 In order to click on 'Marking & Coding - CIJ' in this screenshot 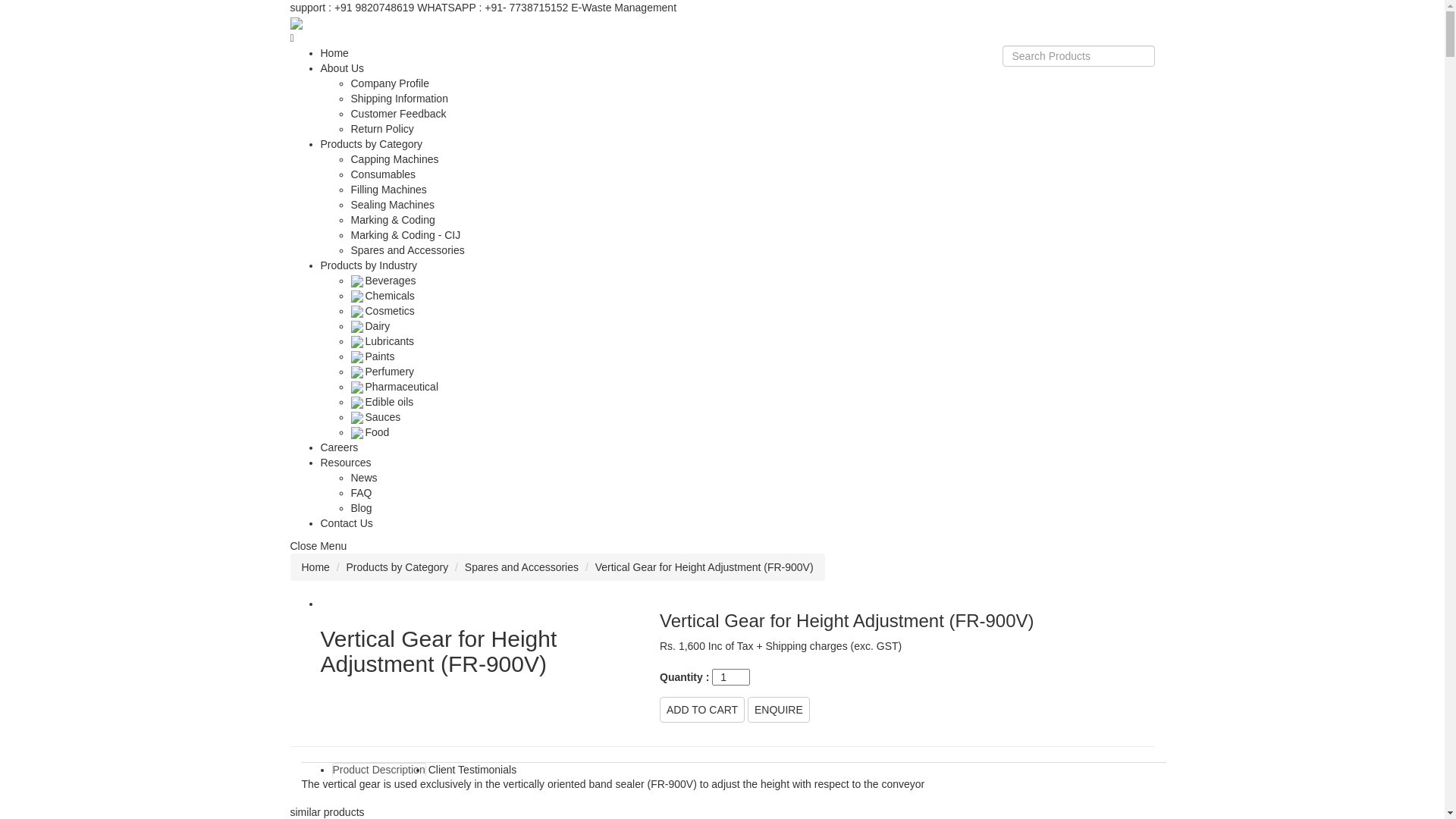, I will do `click(405, 234)`.